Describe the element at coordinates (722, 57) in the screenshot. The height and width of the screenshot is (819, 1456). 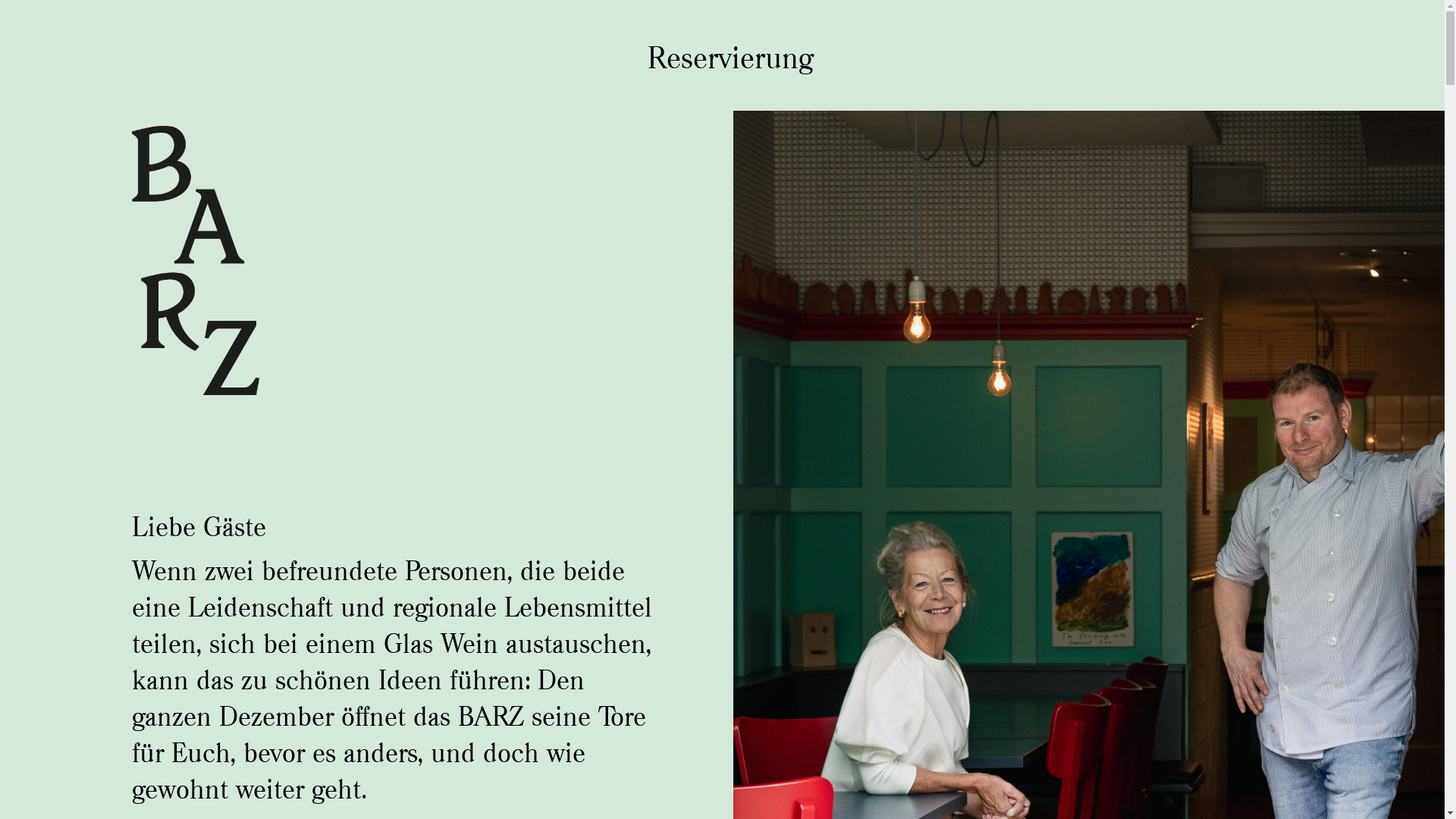
I see `' Reservierung'` at that location.